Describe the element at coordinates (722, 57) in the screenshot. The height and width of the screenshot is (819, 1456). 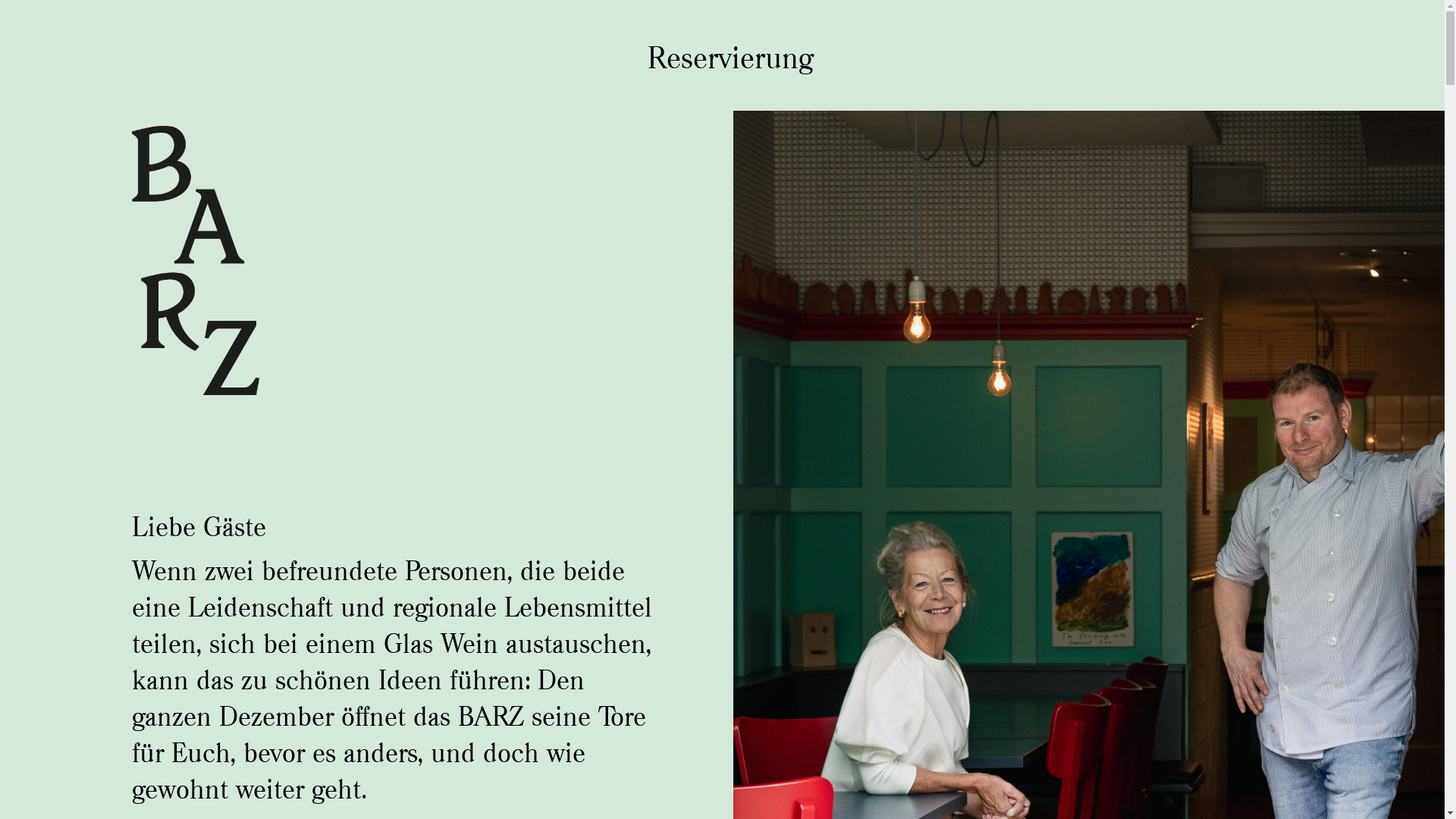
I see `' Reservierung'` at that location.